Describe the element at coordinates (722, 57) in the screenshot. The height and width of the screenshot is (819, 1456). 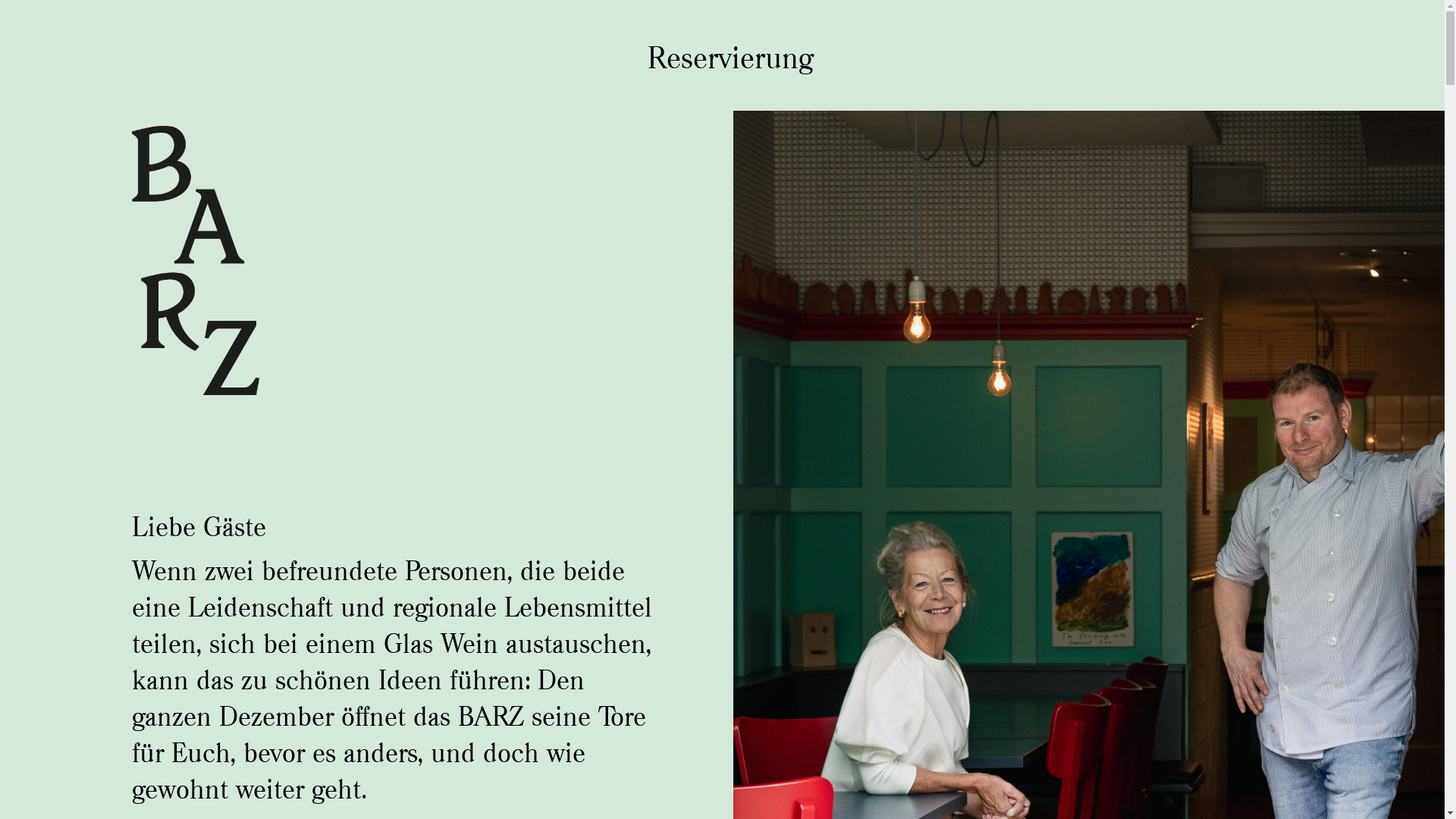
I see `' Reservierung'` at that location.